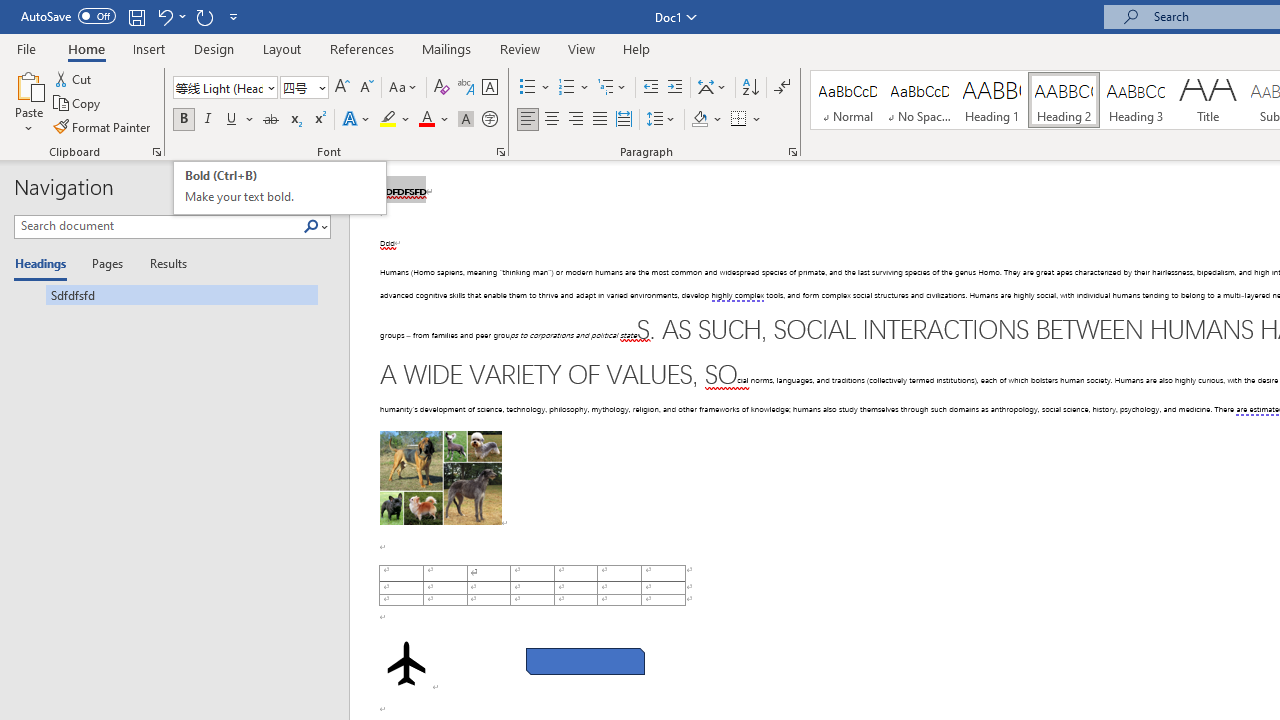 The image size is (1280, 720). I want to click on 'Strikethrough', so click(269, 119).